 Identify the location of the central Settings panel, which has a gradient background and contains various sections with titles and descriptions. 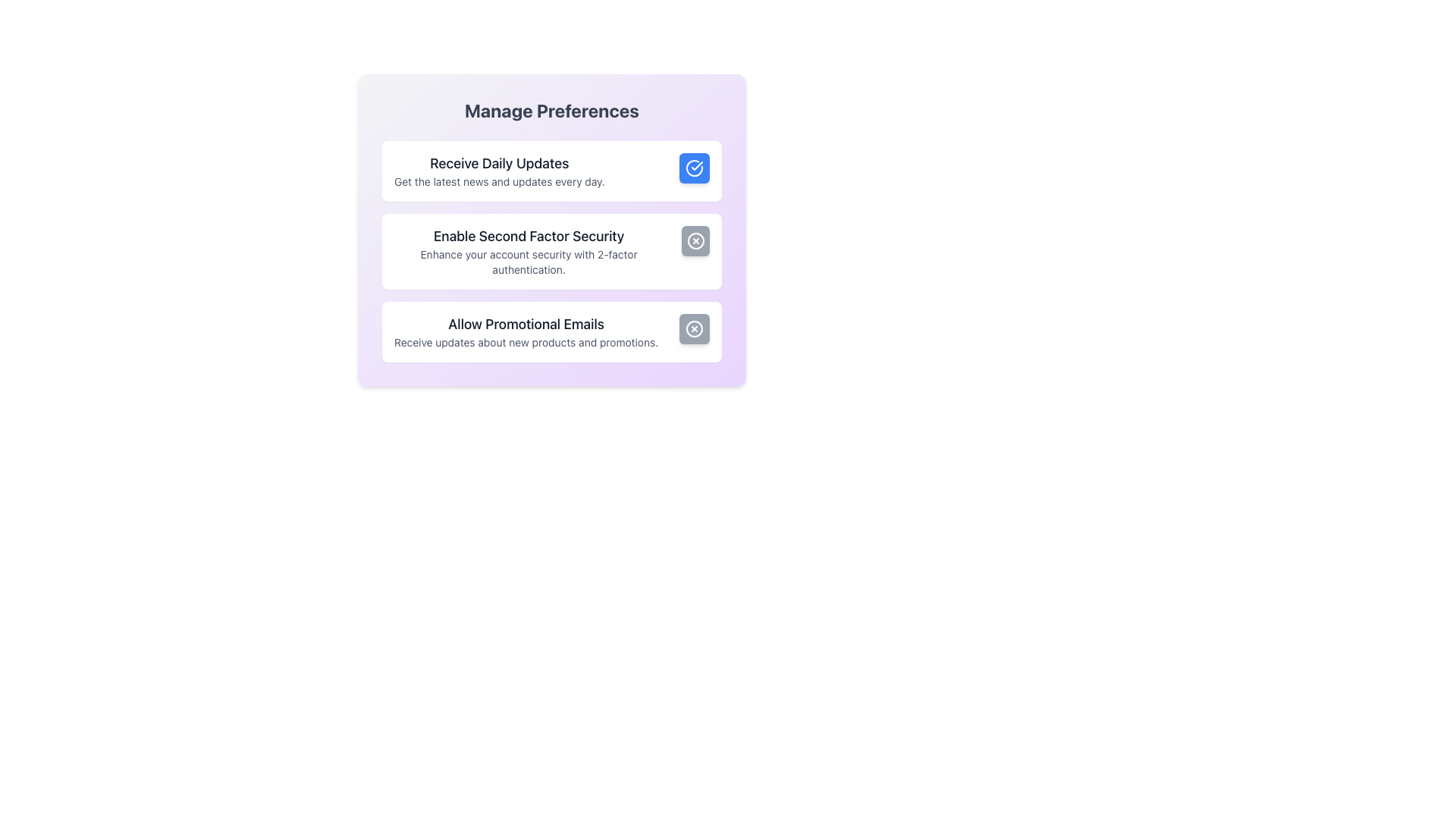
(551, 231).